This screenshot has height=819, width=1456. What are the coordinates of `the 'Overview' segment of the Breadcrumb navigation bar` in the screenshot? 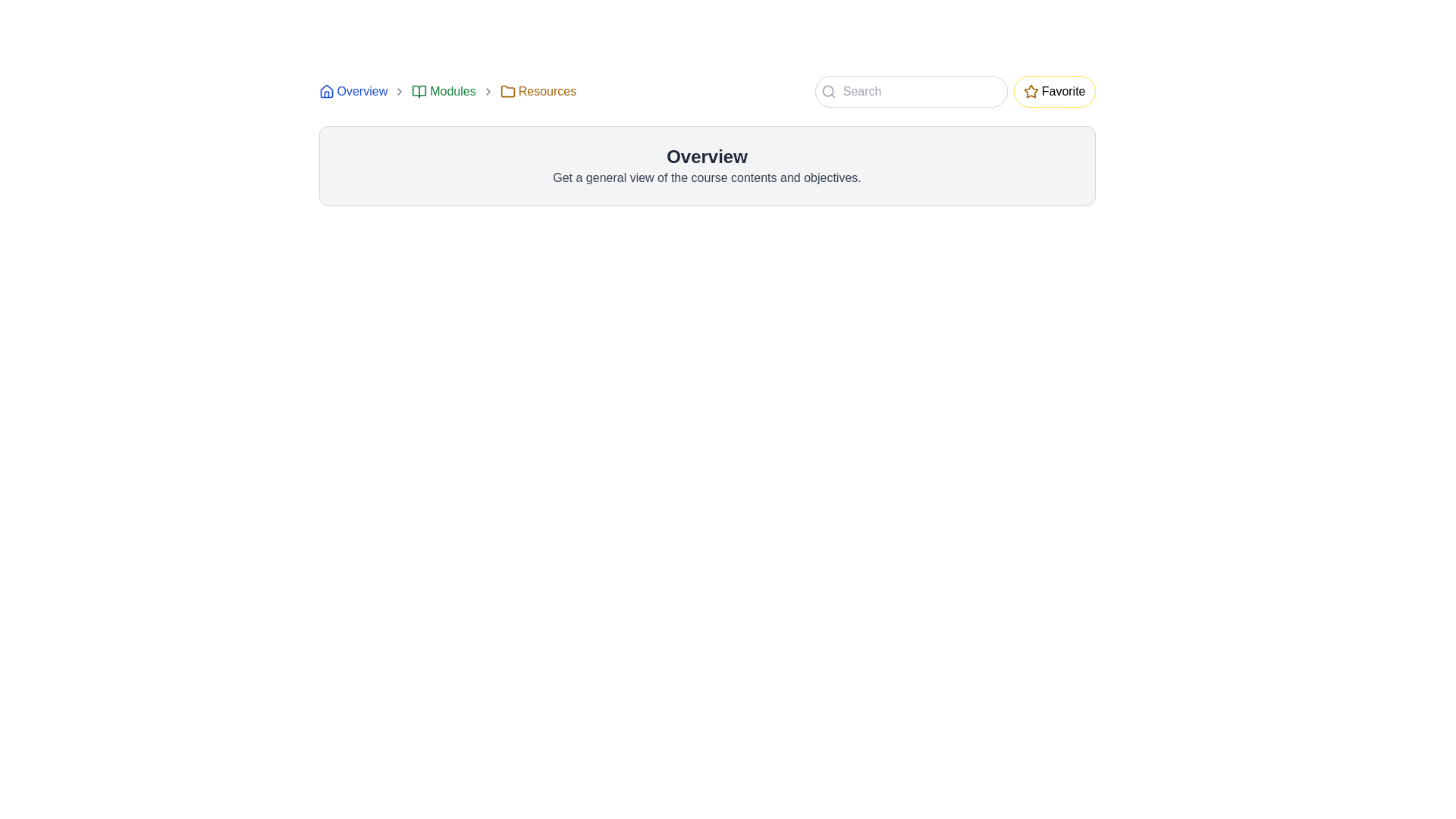 It's located at (447, 91).